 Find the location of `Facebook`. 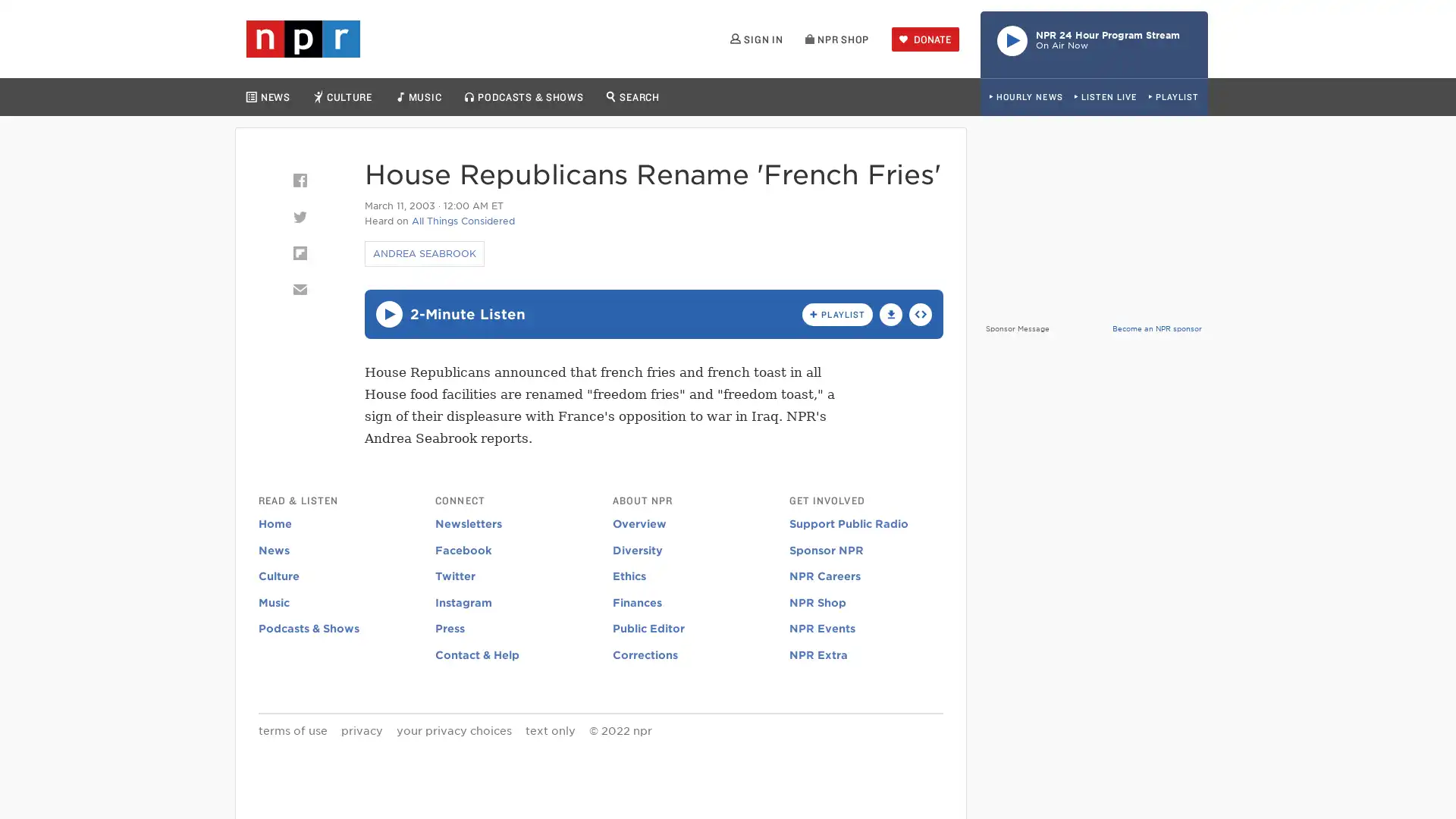

Facebook is located at coordinates (299, 180).